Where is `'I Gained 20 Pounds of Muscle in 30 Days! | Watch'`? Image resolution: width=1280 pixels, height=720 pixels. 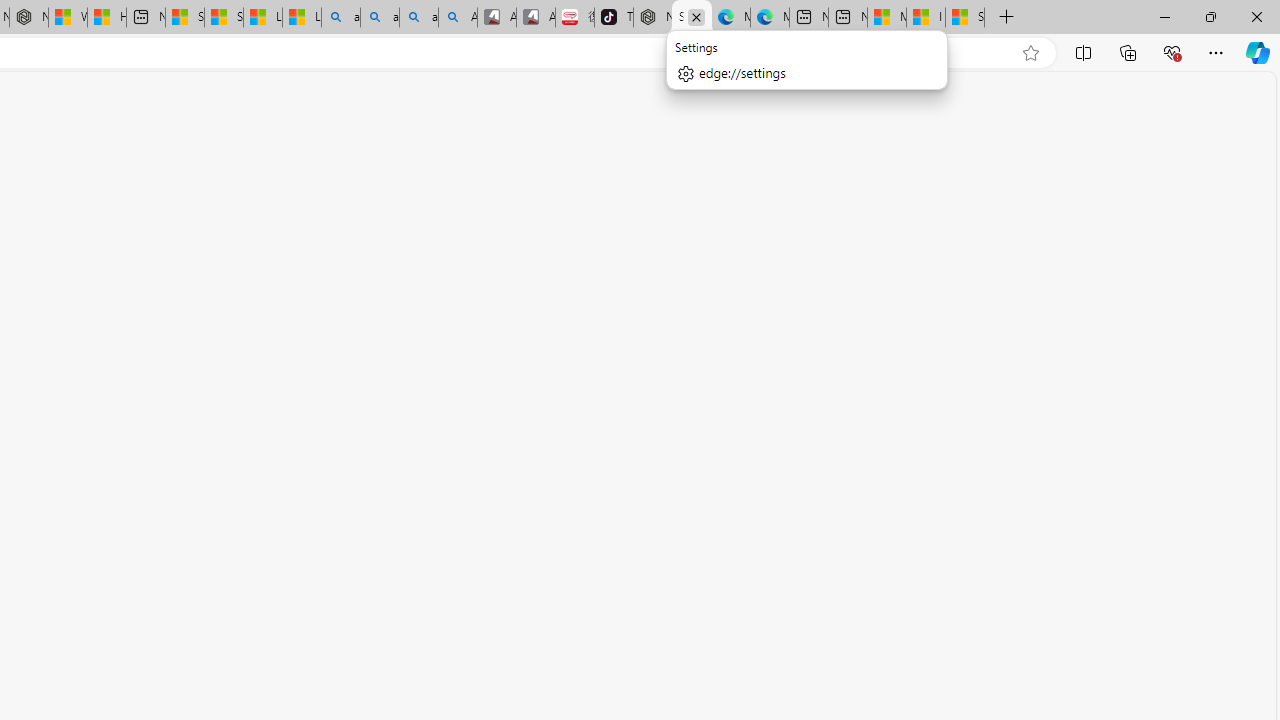 'I Gained 20 Pounds of Muscle in 30 Days! | Watch' is located at coordinates (925, 17).